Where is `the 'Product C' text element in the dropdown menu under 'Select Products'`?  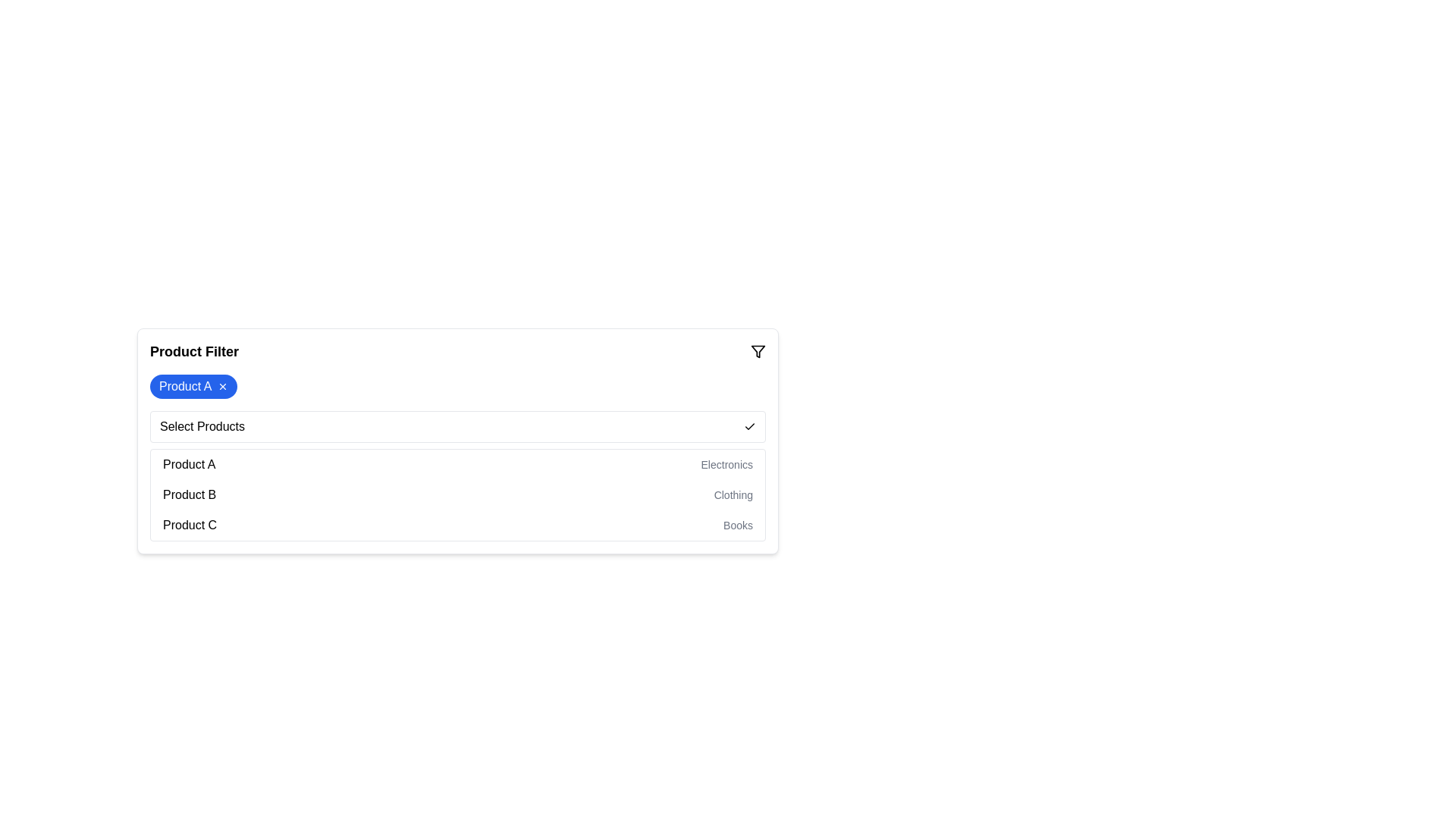
the 'Product C' text element in the dropdown menu under 'Select Products' is located at coordinates (189, 525).